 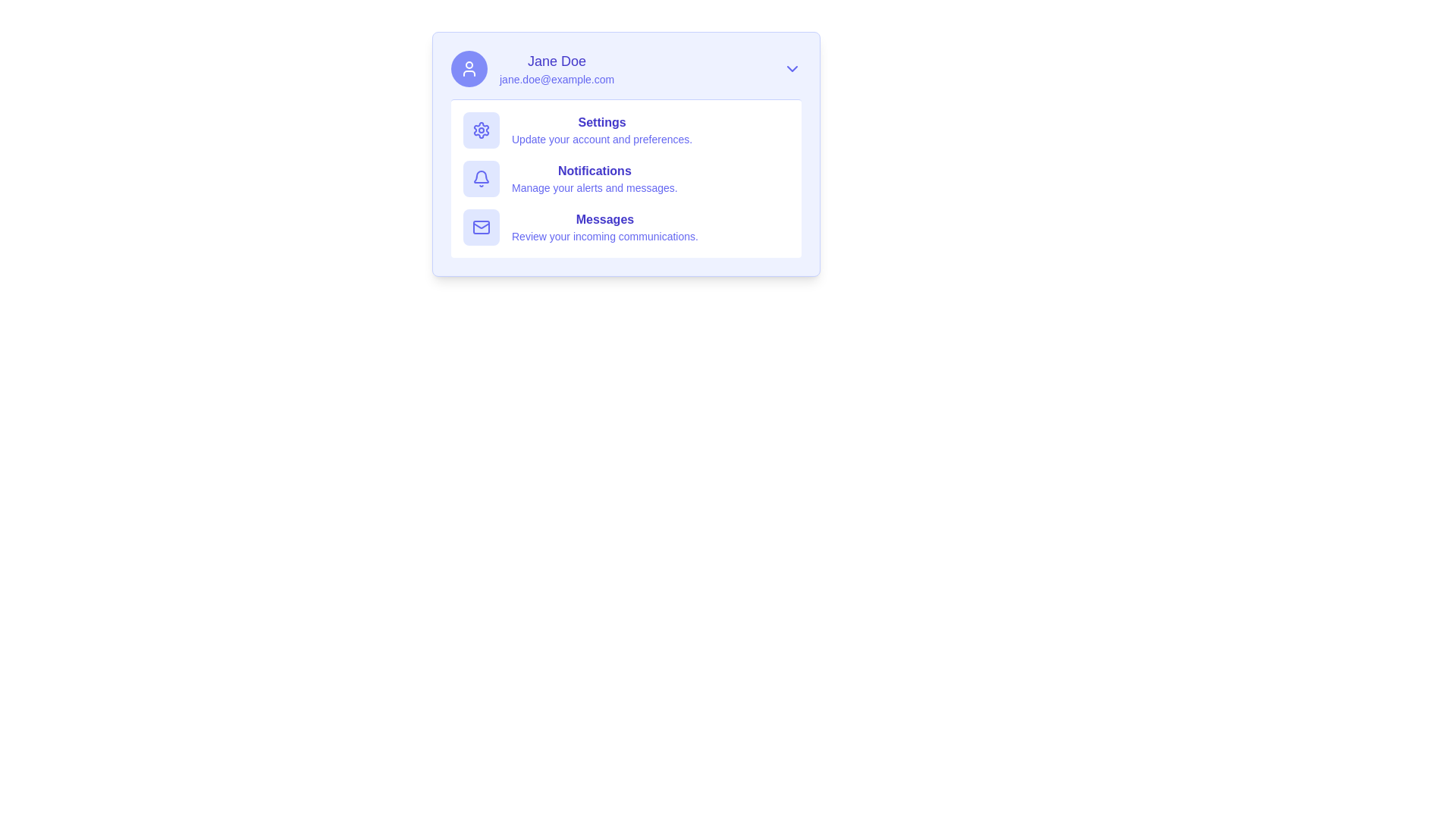 I want to click on the user profile indicator in the dropdown menu that displays the user's name, email address, and visual avatar, located at the top section of the interface, so click(x=532, y=69).